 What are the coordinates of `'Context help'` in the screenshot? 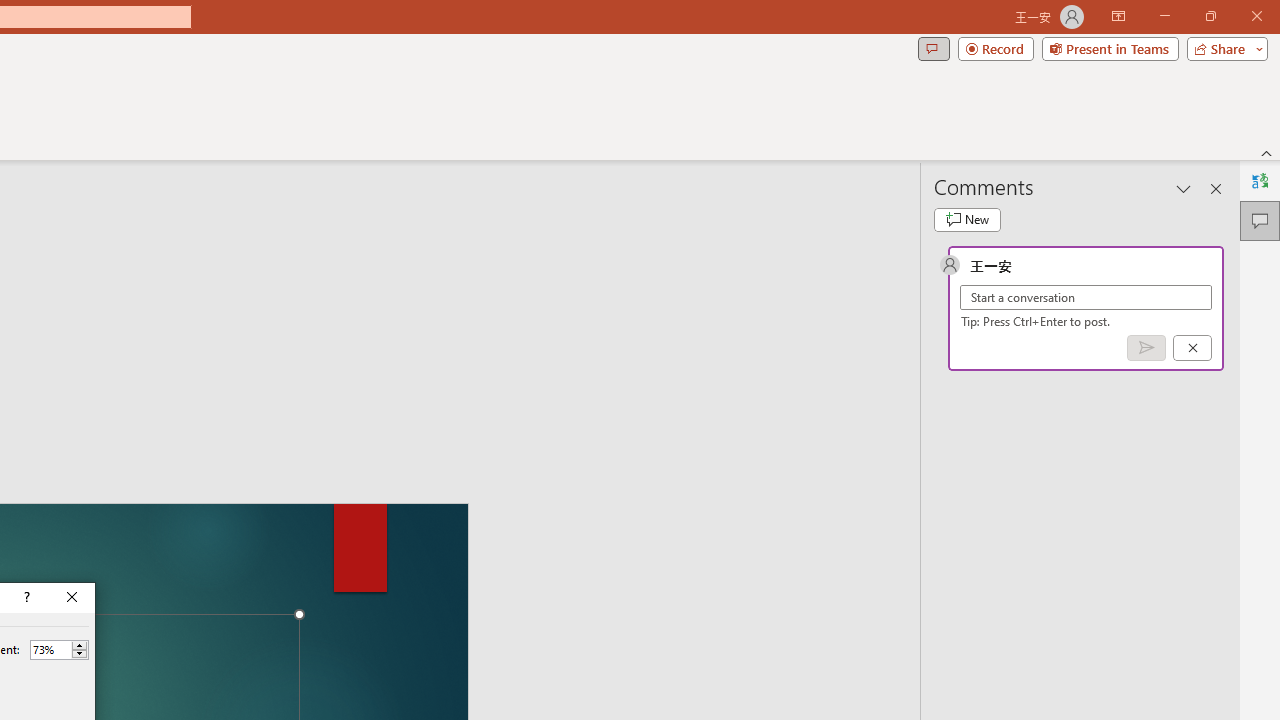 It's located at (25, 596).